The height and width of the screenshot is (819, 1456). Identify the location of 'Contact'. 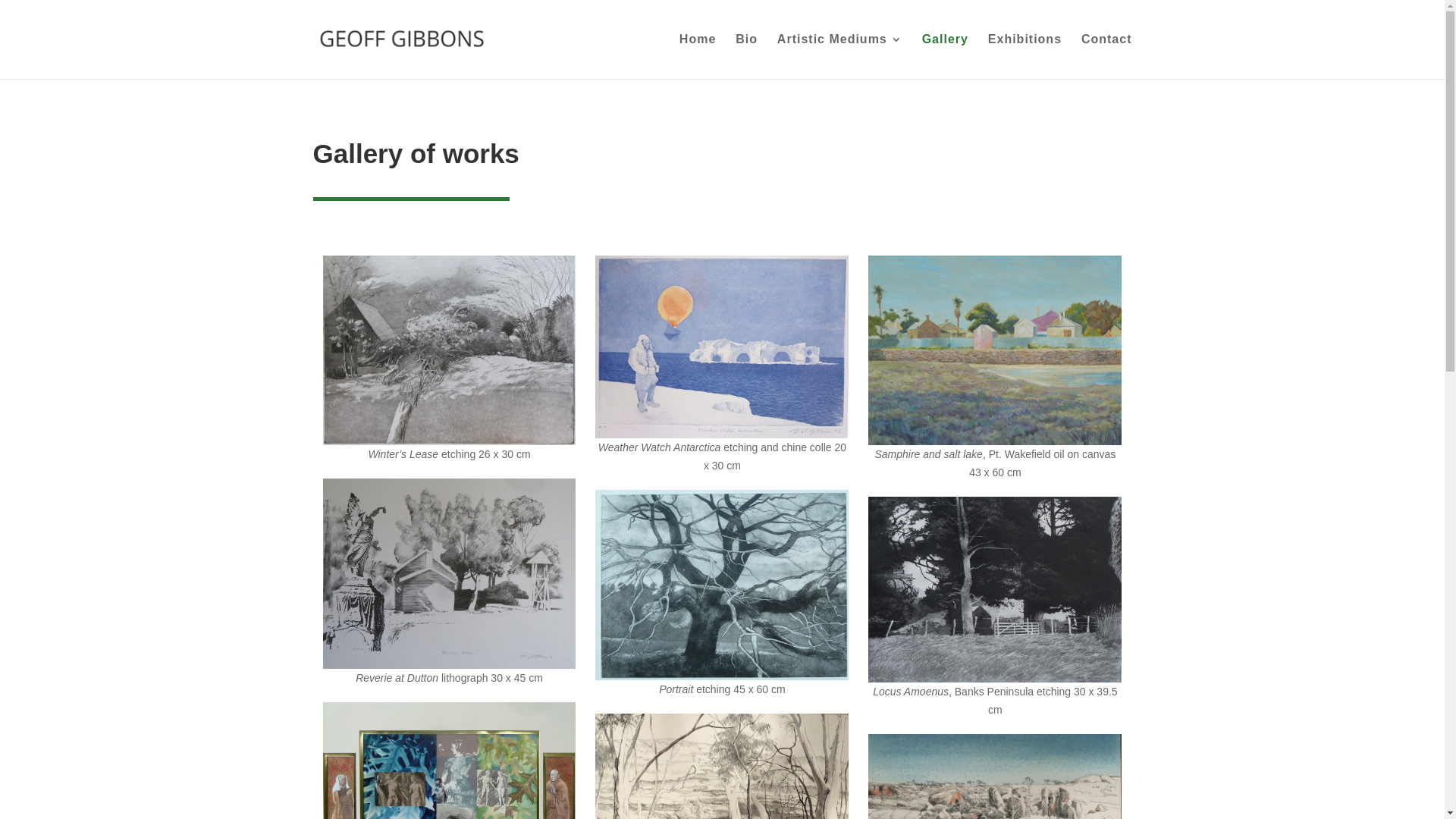
(1106, 55).